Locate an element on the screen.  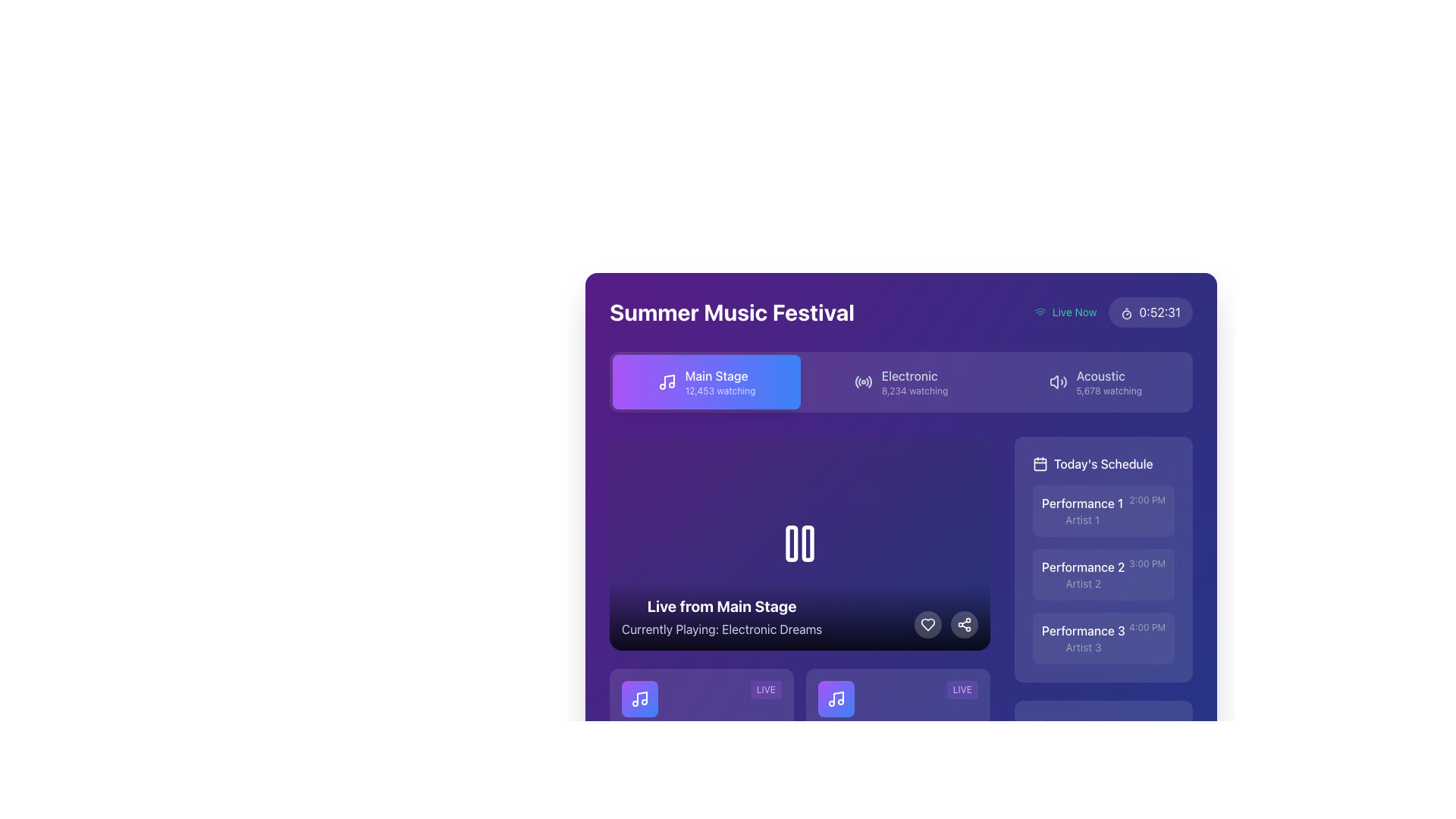
the text display element showing 'Acoustic' with '5,678 watching' on a purple background, which is the last item in the row of sections near the top of the application interface is located at coordinates (1109, 381).